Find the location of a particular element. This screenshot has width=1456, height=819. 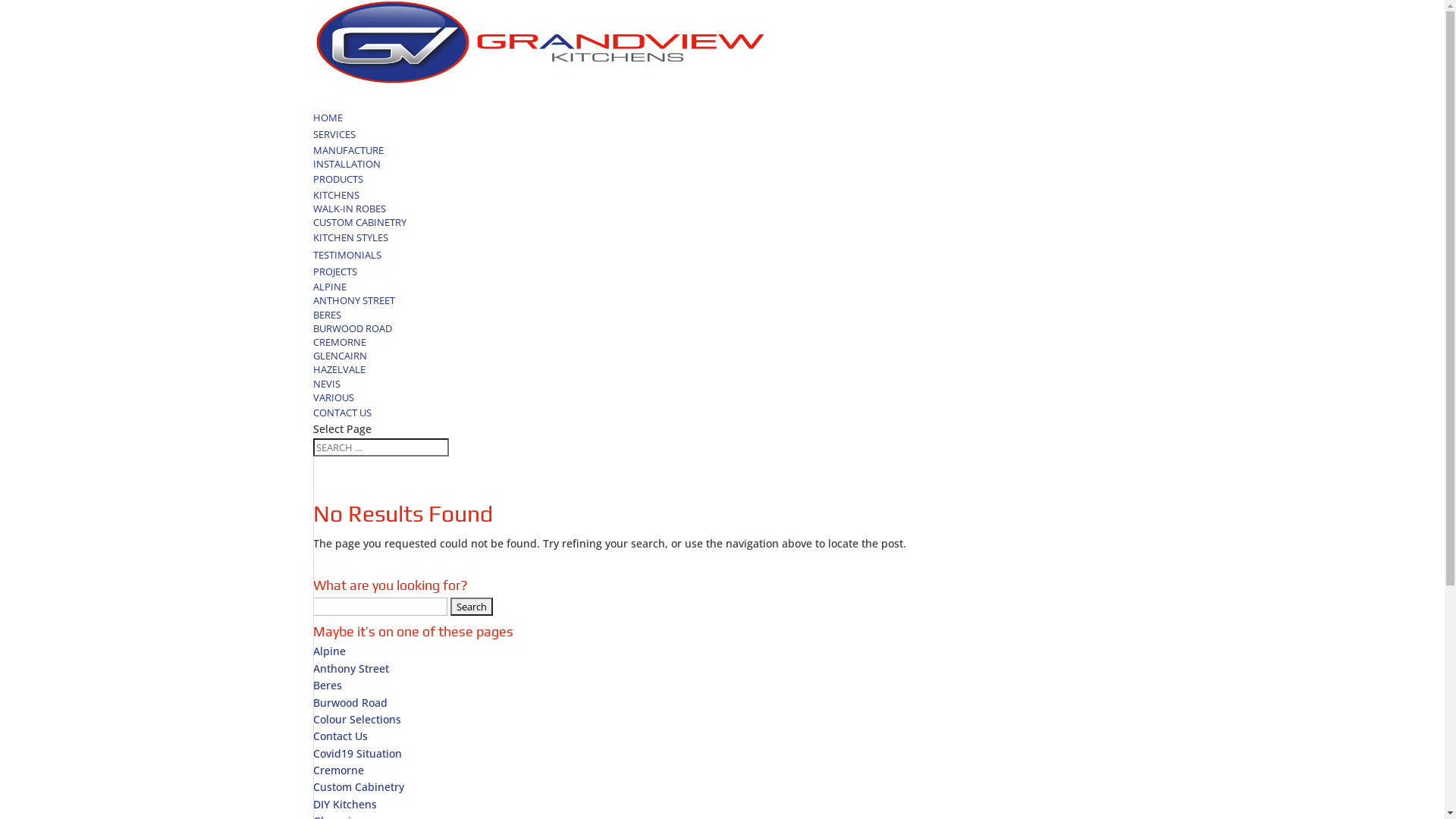

'Covid19 Situation' is located at coordinates (356, 753).